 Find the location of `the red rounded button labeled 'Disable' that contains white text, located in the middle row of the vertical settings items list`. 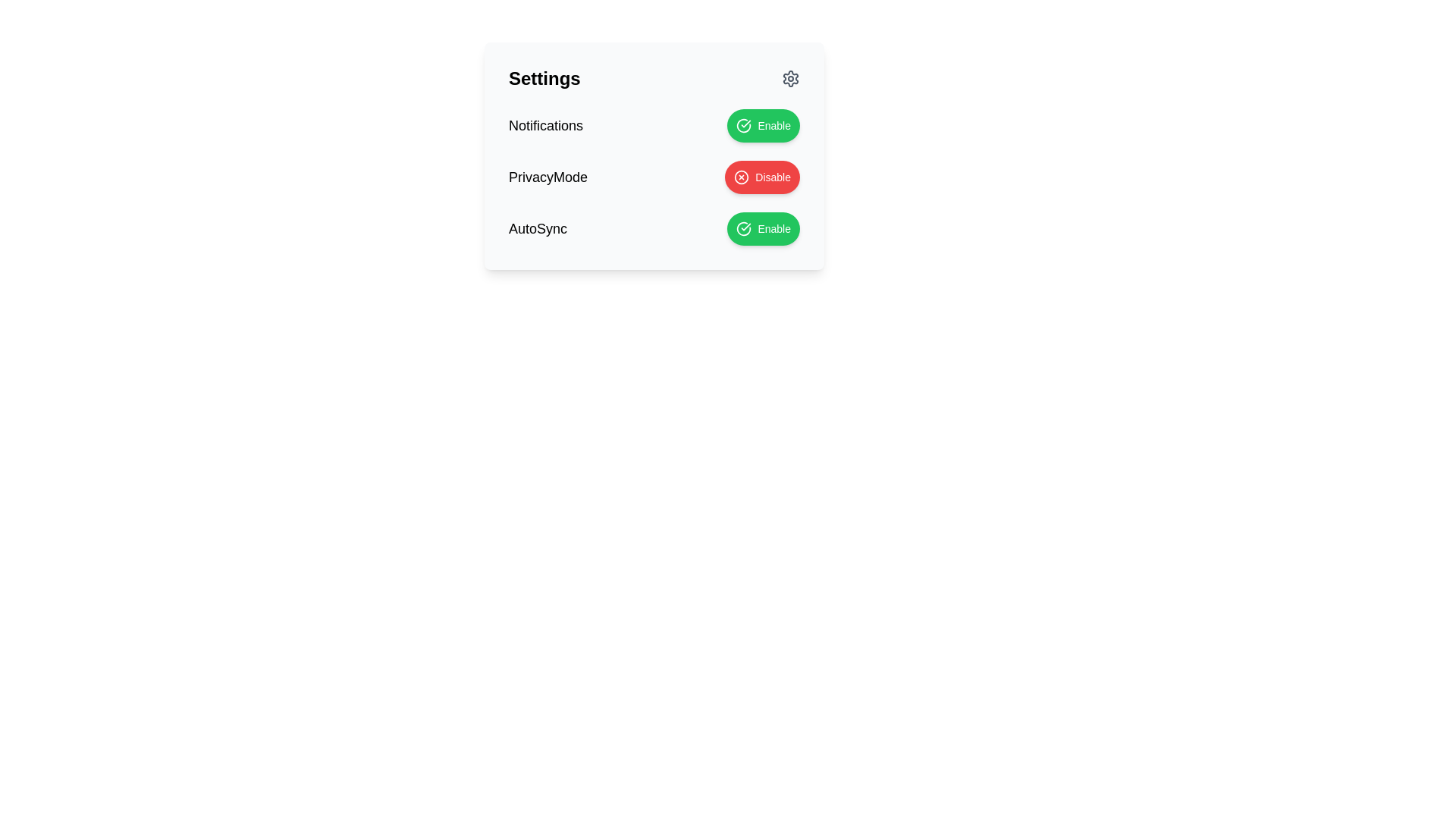

the red rounded button labeled 'Disable' that contains white text, located in the middle row of the vertical settings items list is located at coordinates (773, 177).